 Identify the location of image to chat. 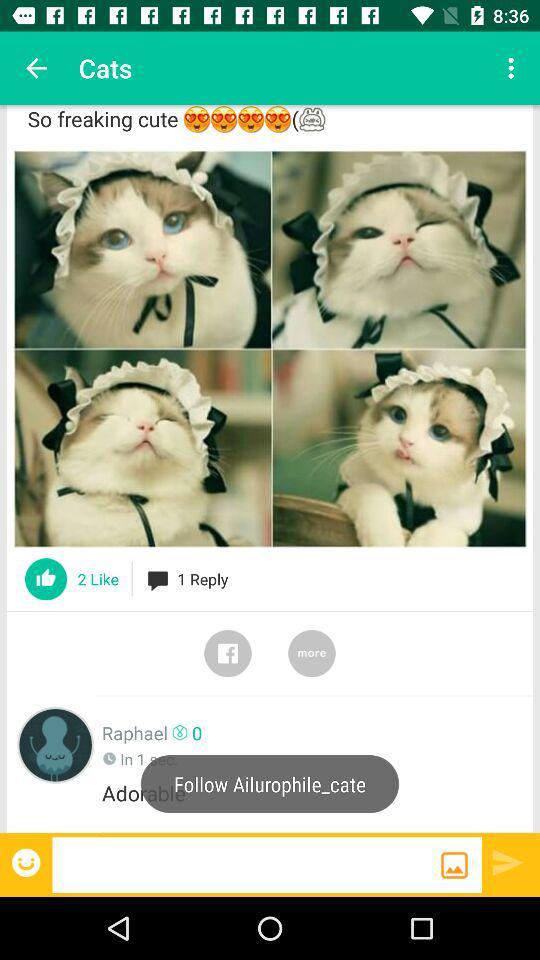
(454, 864).